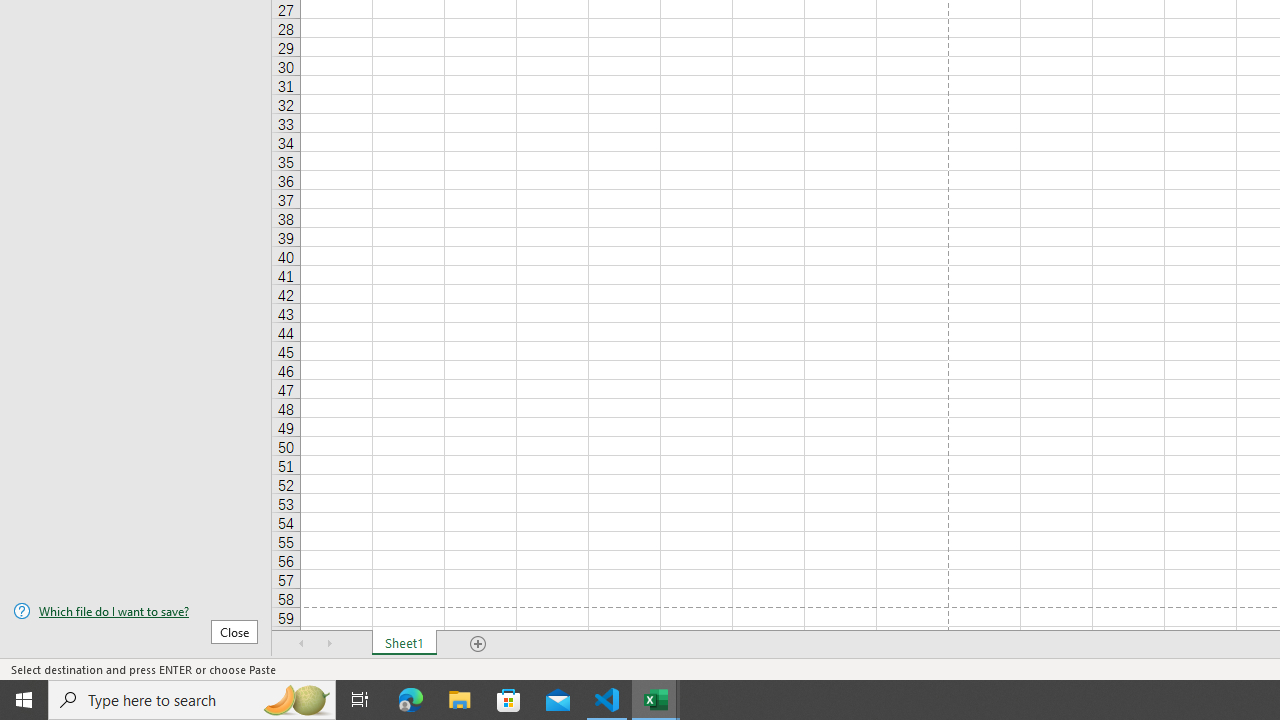 This screenshot has width=1280, height=720. Describe the element at coordinates (656, 698) in the screenshot. I see `'Excel - 2 running windows'` at that location.